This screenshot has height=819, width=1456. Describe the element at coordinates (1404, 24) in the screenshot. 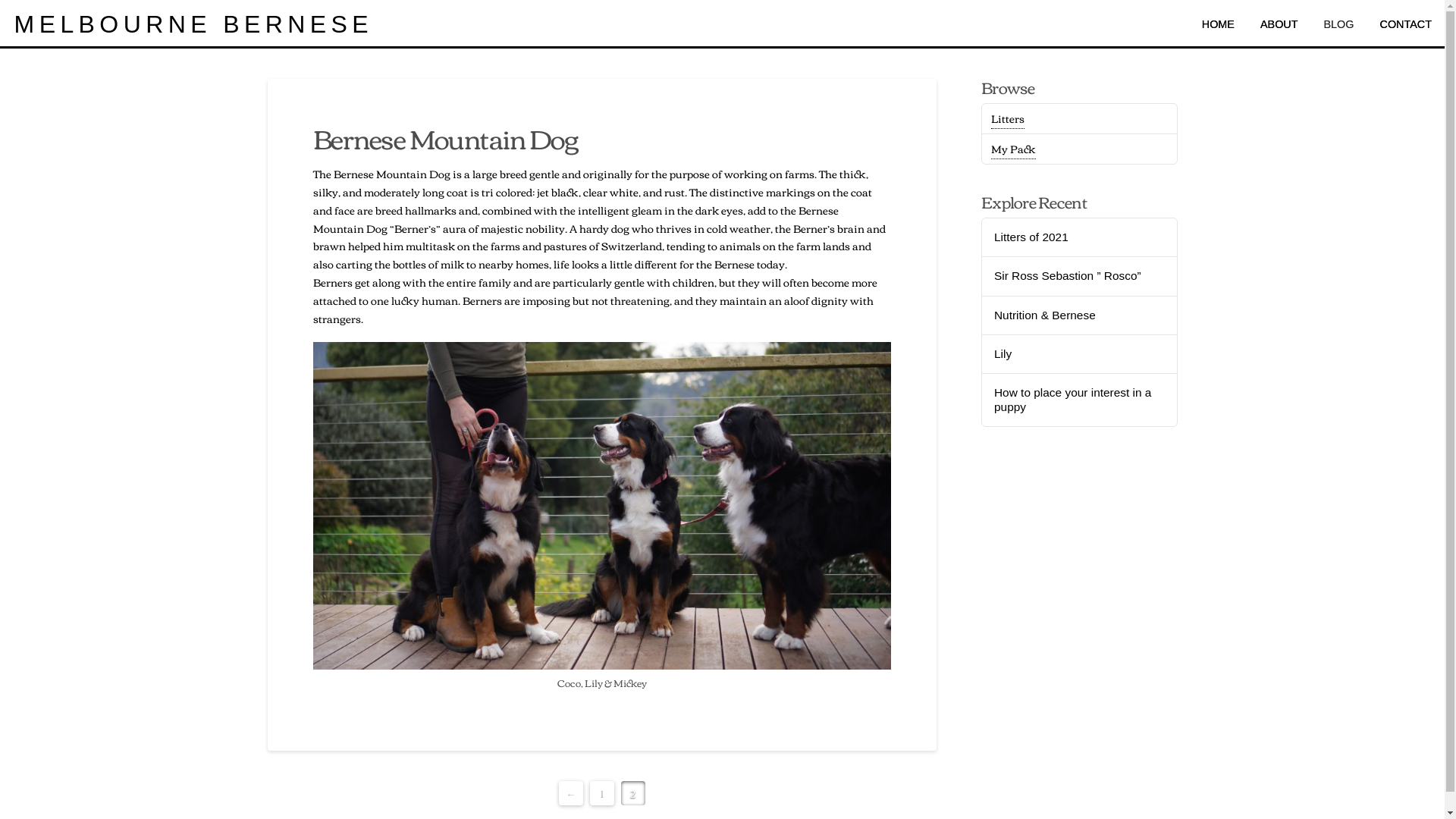

I see `'CONTACT'` at that location.